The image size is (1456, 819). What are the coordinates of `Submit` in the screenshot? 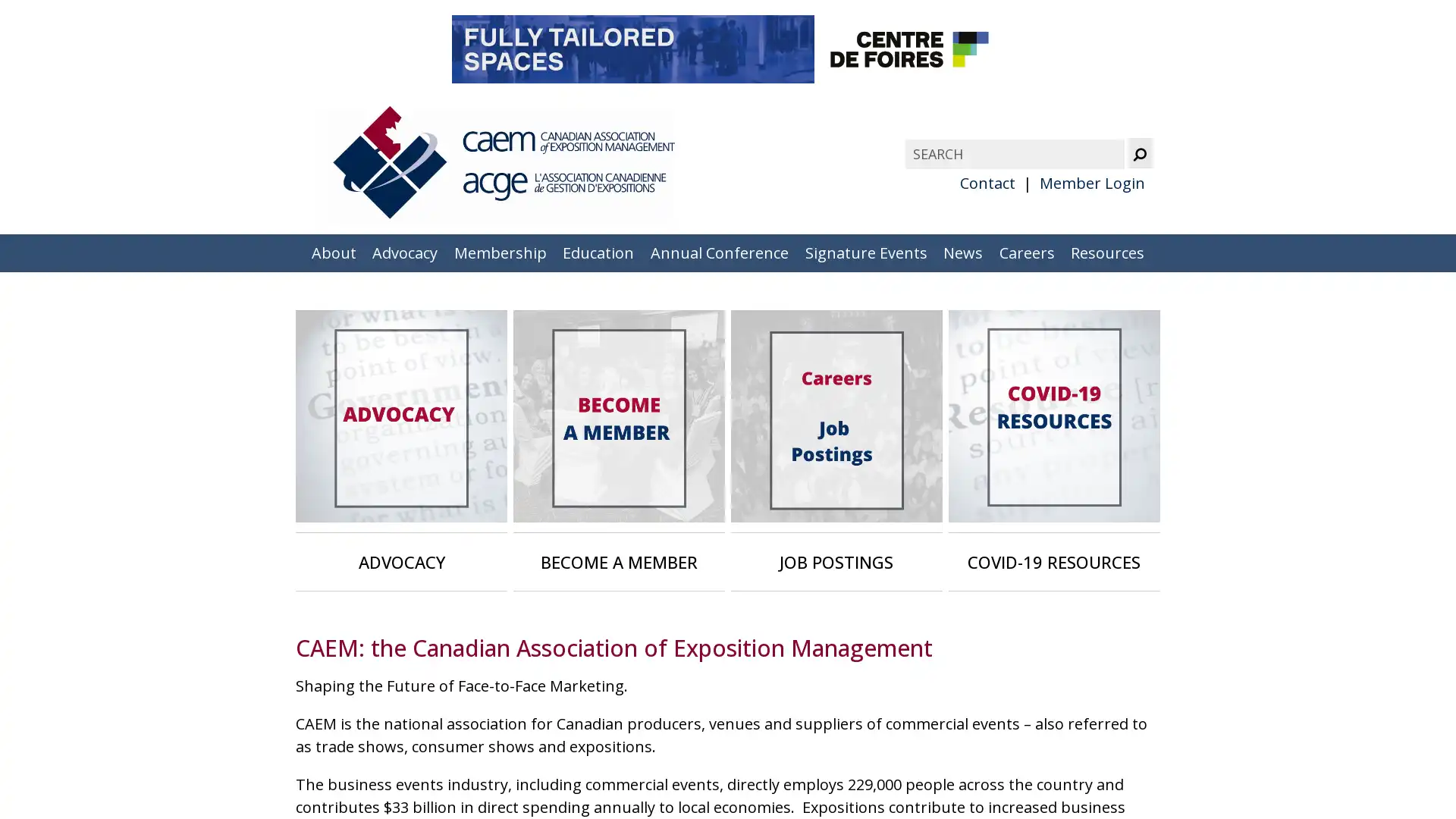 It's located at (1139, 152).